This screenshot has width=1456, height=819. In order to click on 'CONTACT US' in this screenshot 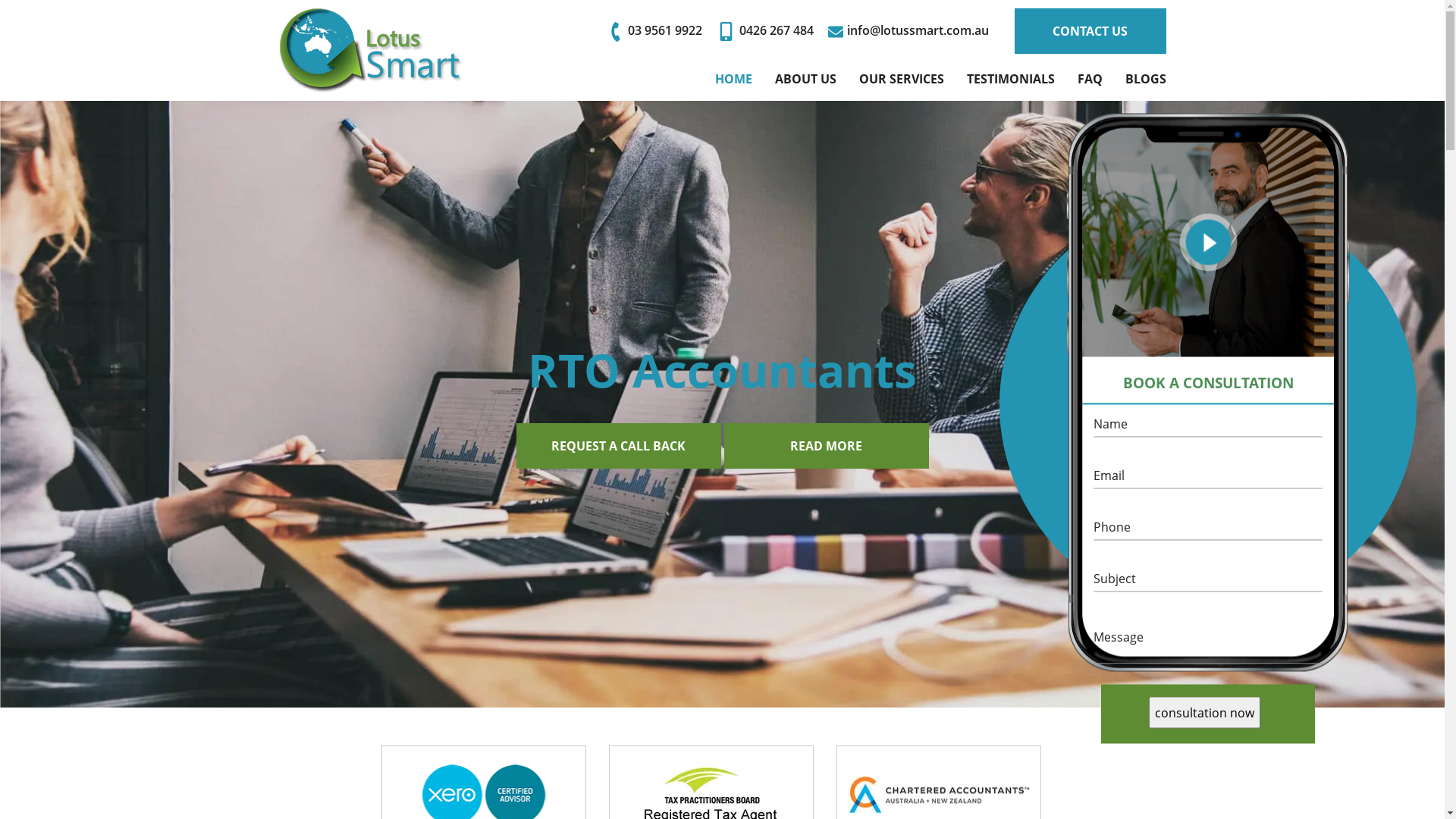, I will do `click(1015, 31)`.